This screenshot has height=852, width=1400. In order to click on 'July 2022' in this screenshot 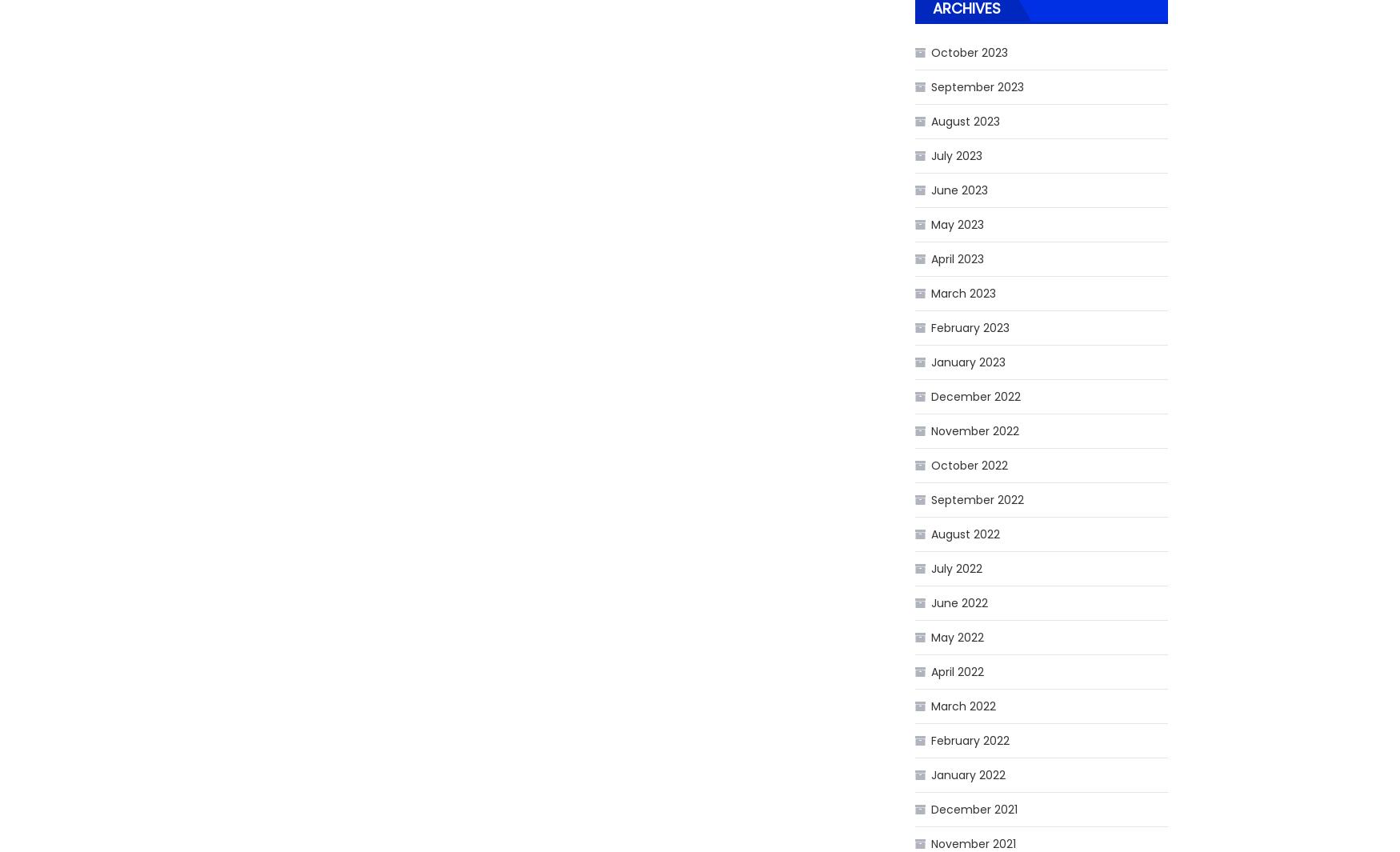, I will do `click(930, 568)`.